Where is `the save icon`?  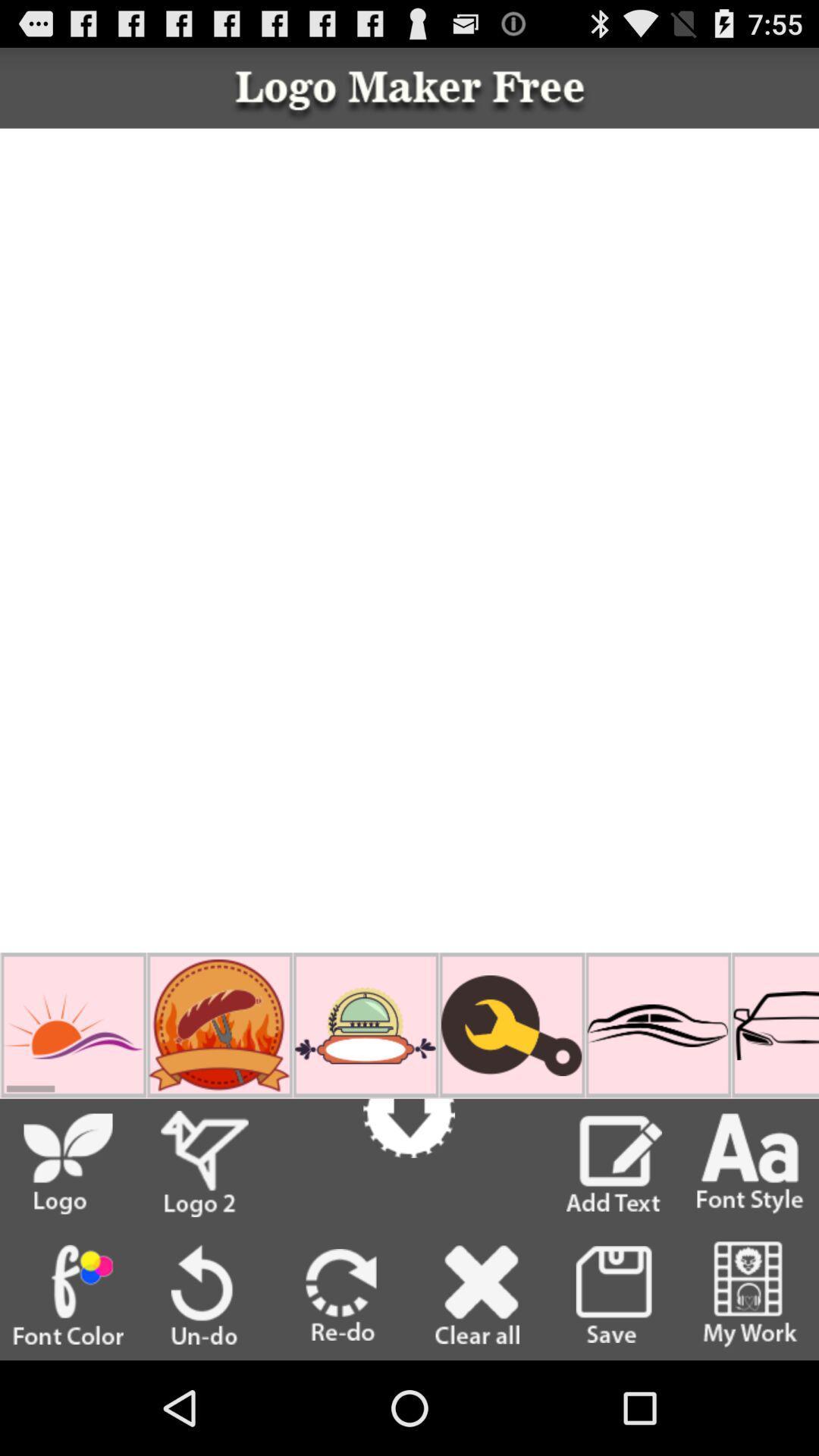 the save icon is located at coordinates (613, 1385).